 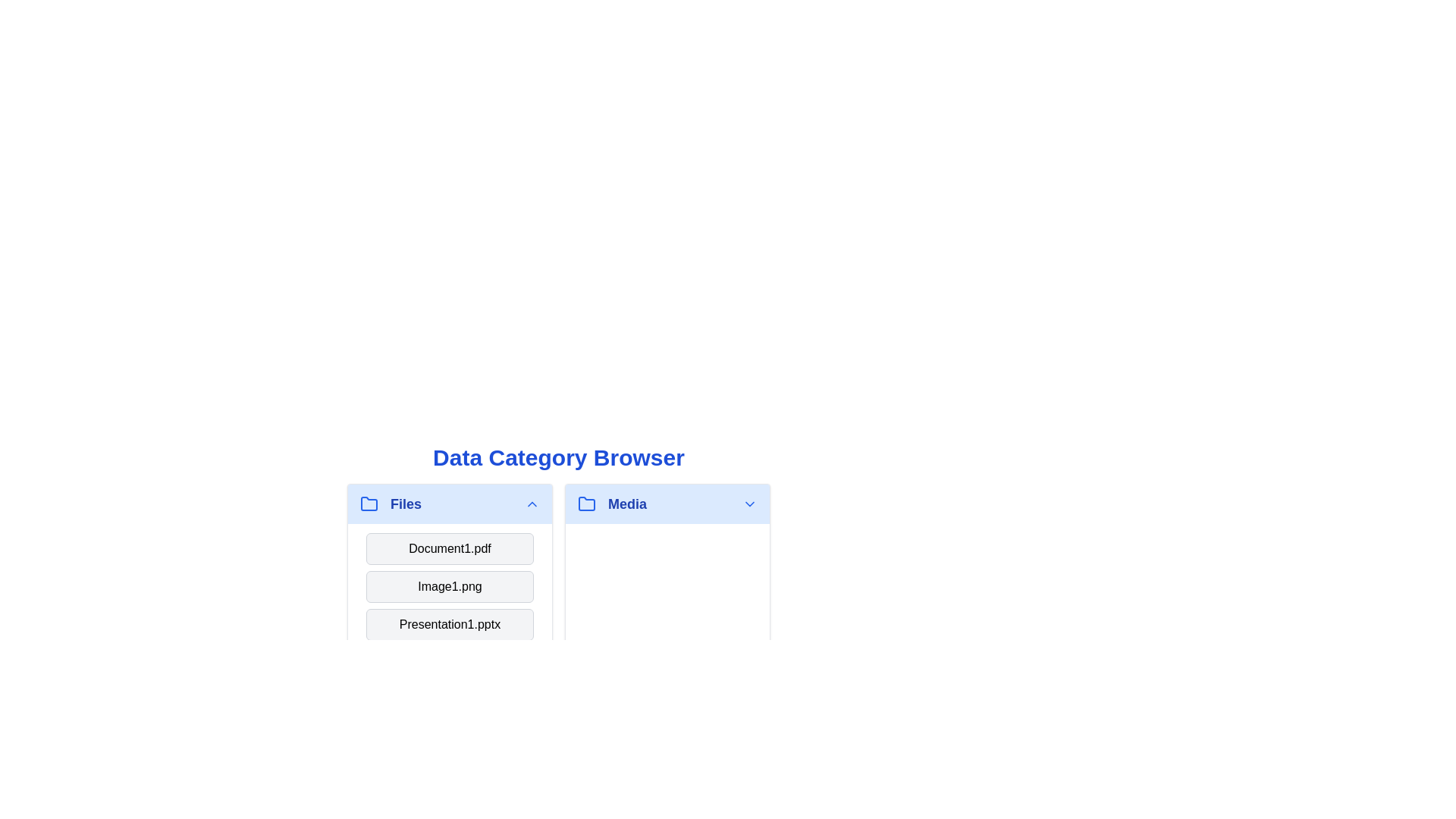 What do you see at coordinates (449, 504) in the screenshot?
I see `the header of the category Files to toggle its expanded state` at bounding box center [449, 504].